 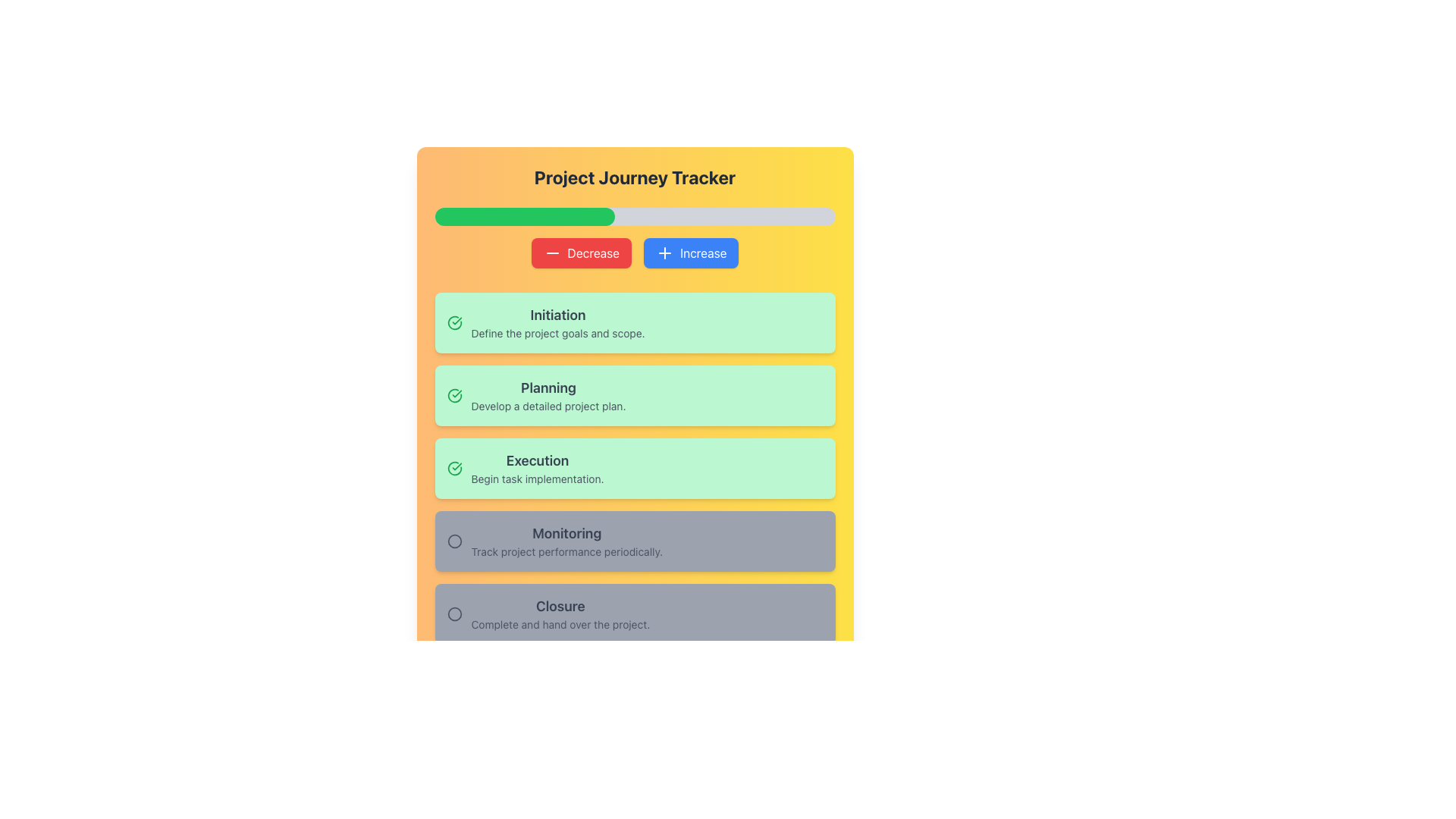 I want to click on the green circular outline icon with a checkmark in the center, located in the 'Planning' section adjacent to the text 'Planning' and 'Develop a detailed project plan', so click(x=453, y=394).